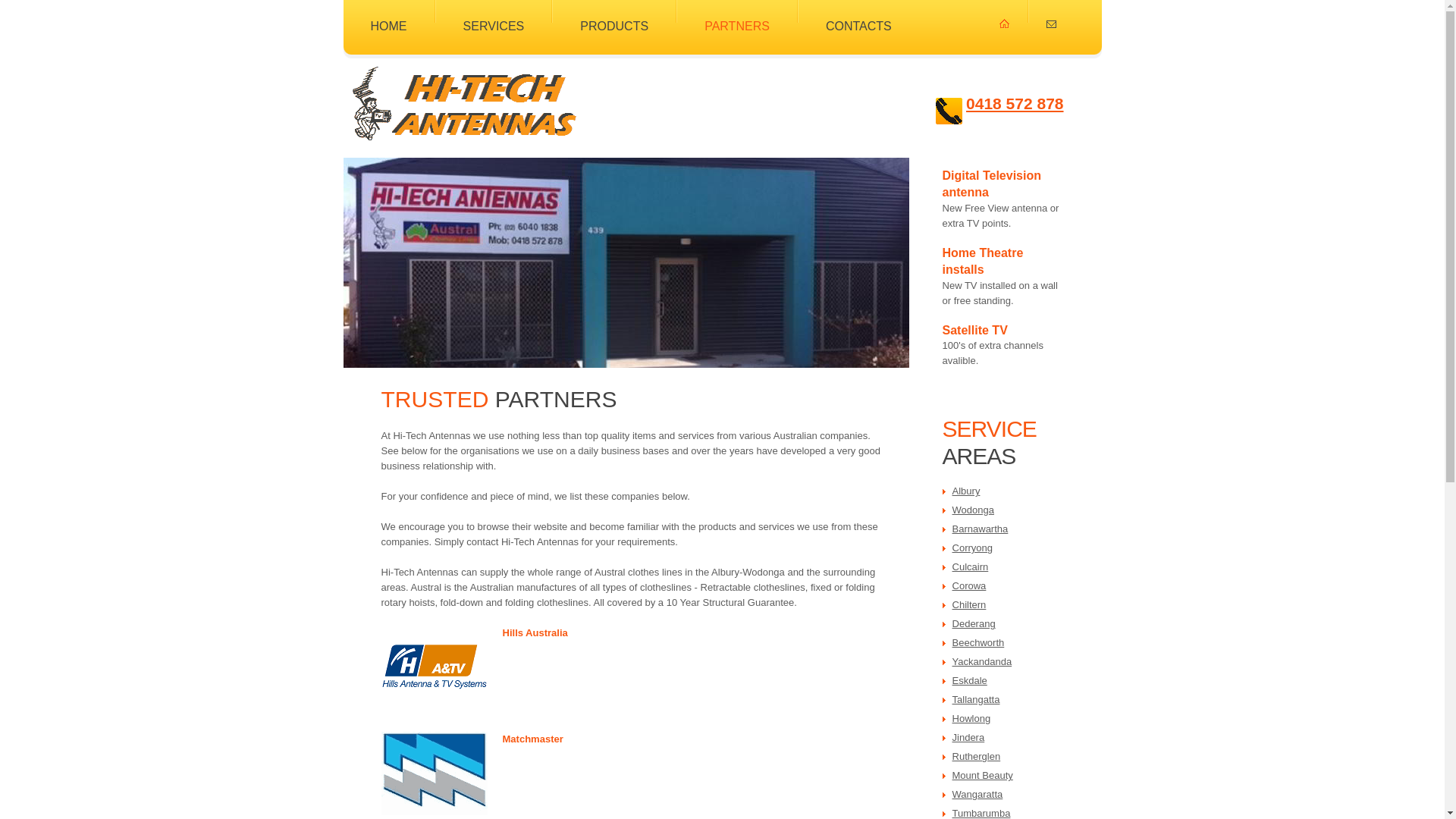  I want to click on 'CONTACTS', so click(858, 17).